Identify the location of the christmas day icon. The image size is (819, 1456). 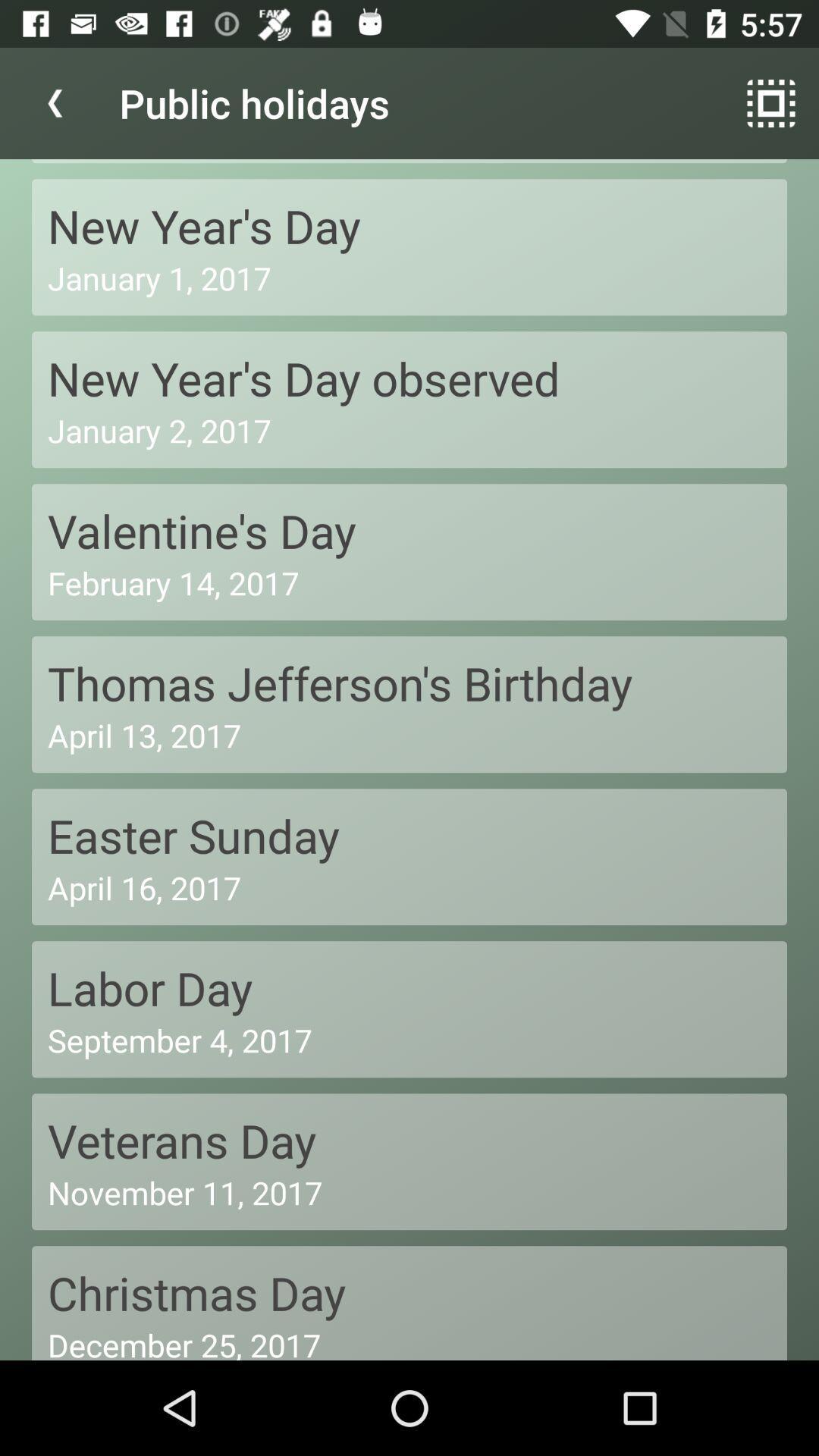
(409, 1291).